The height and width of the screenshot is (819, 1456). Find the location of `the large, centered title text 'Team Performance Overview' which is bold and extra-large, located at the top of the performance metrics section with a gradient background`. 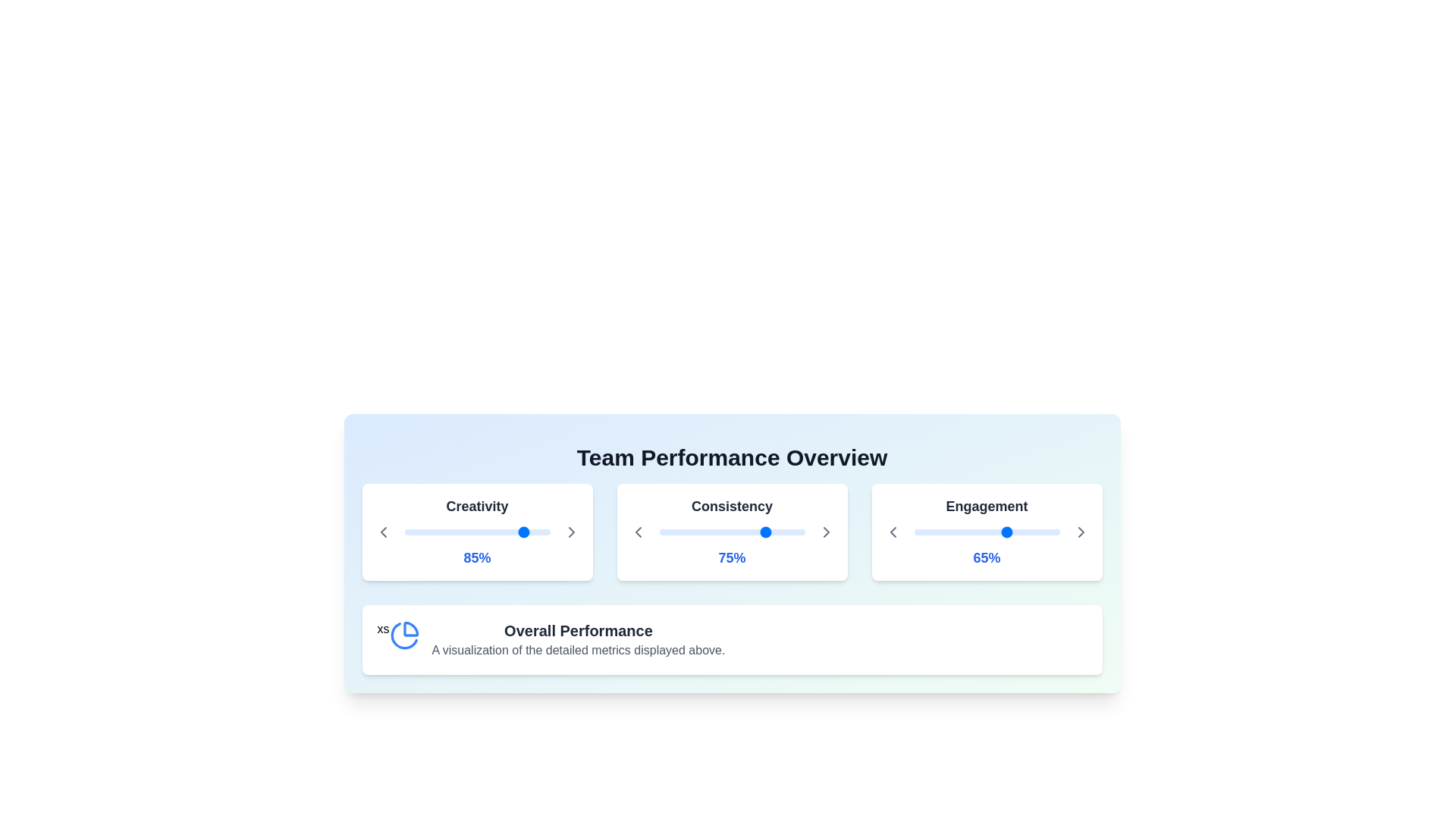

the large, centered title text 'Team Performance Overview' which is bold and extra-large, located at the top of the performance metrics section with a gradient background is located at coordinates (732, 457).